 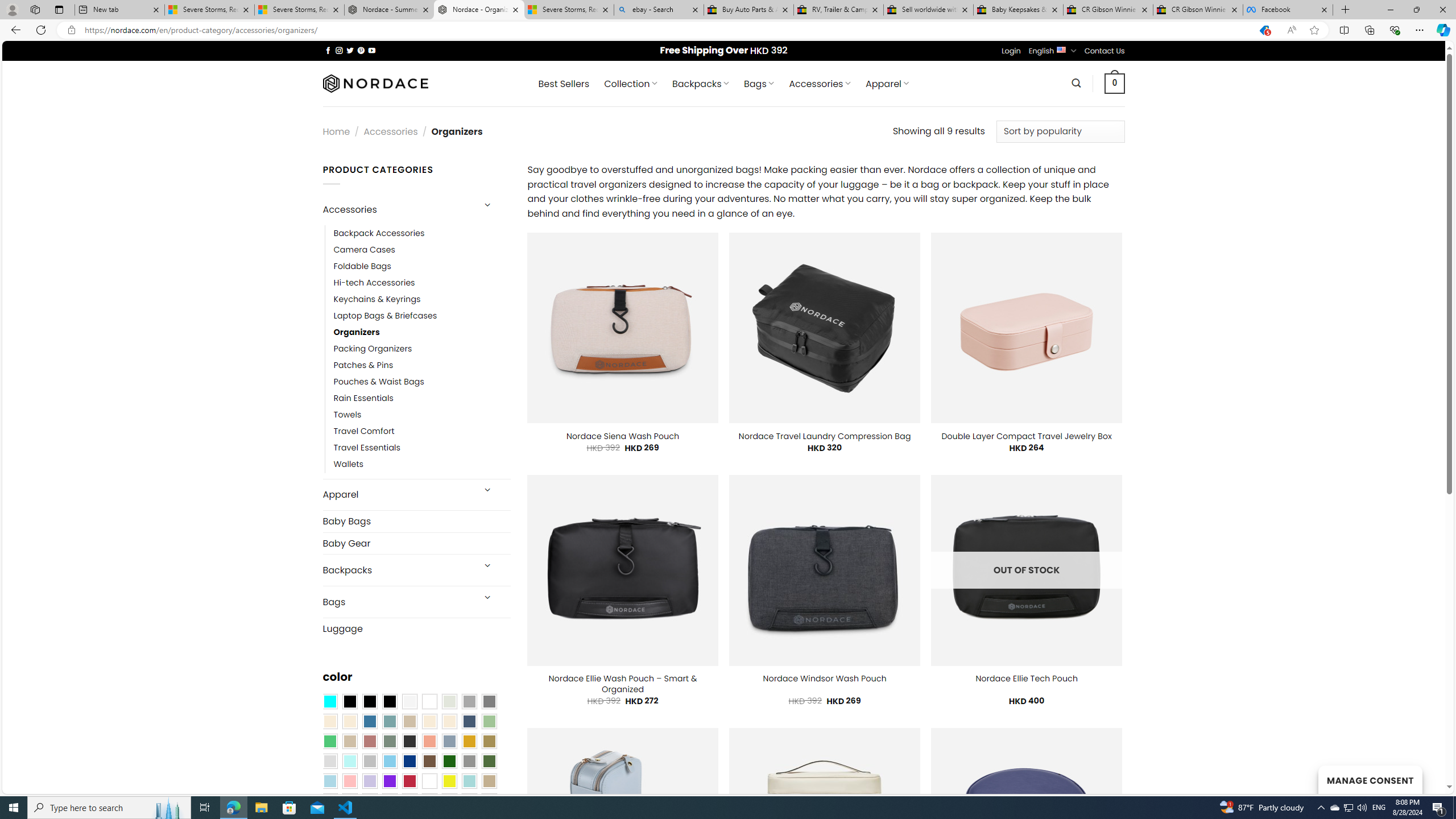 I want to click on 'Mint', so click(x=349, y=761).